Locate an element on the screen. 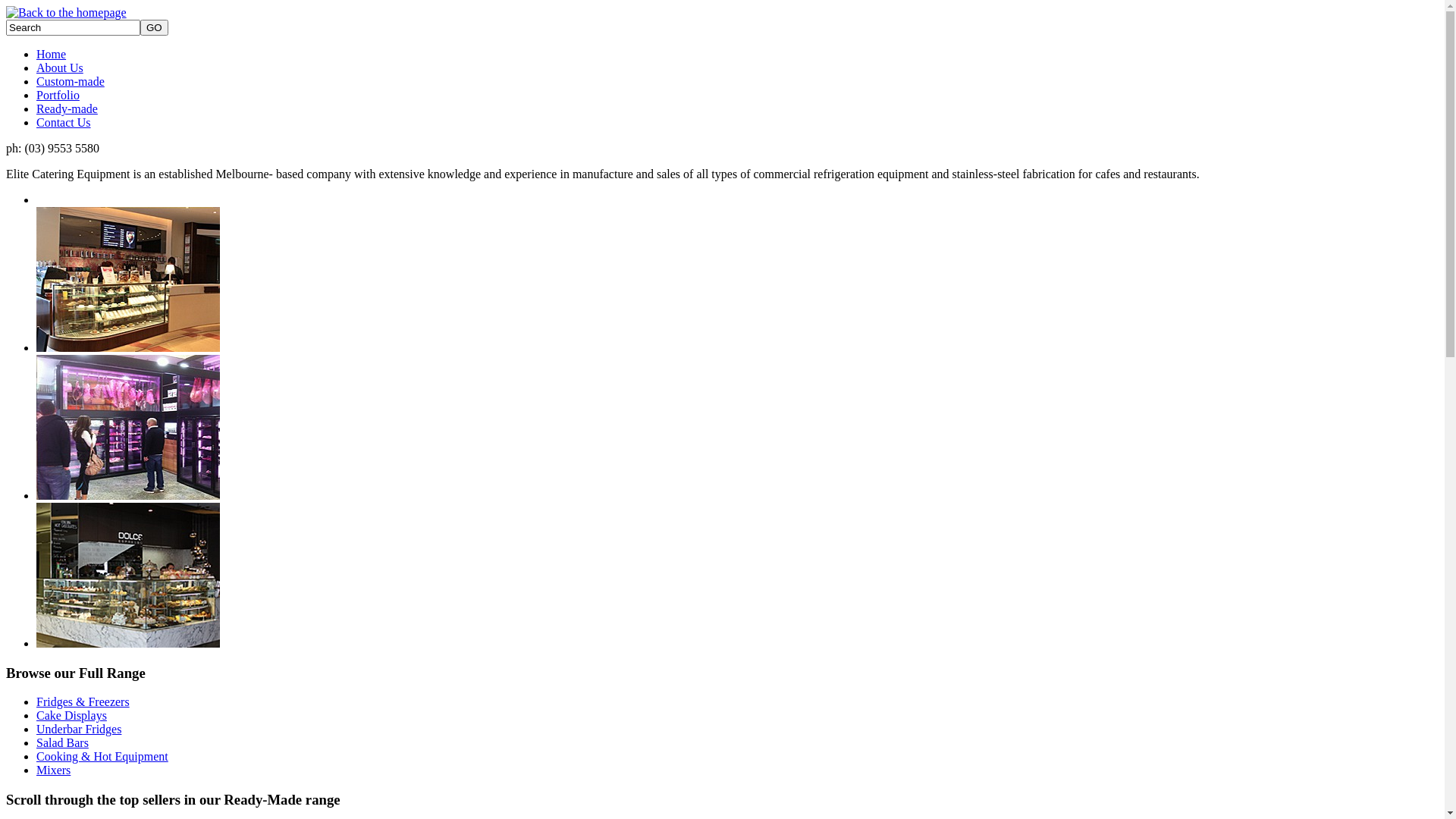 This screenshot has width=1456, height=819. 'Underbar Fridges' is located at coordinates (78, 728).